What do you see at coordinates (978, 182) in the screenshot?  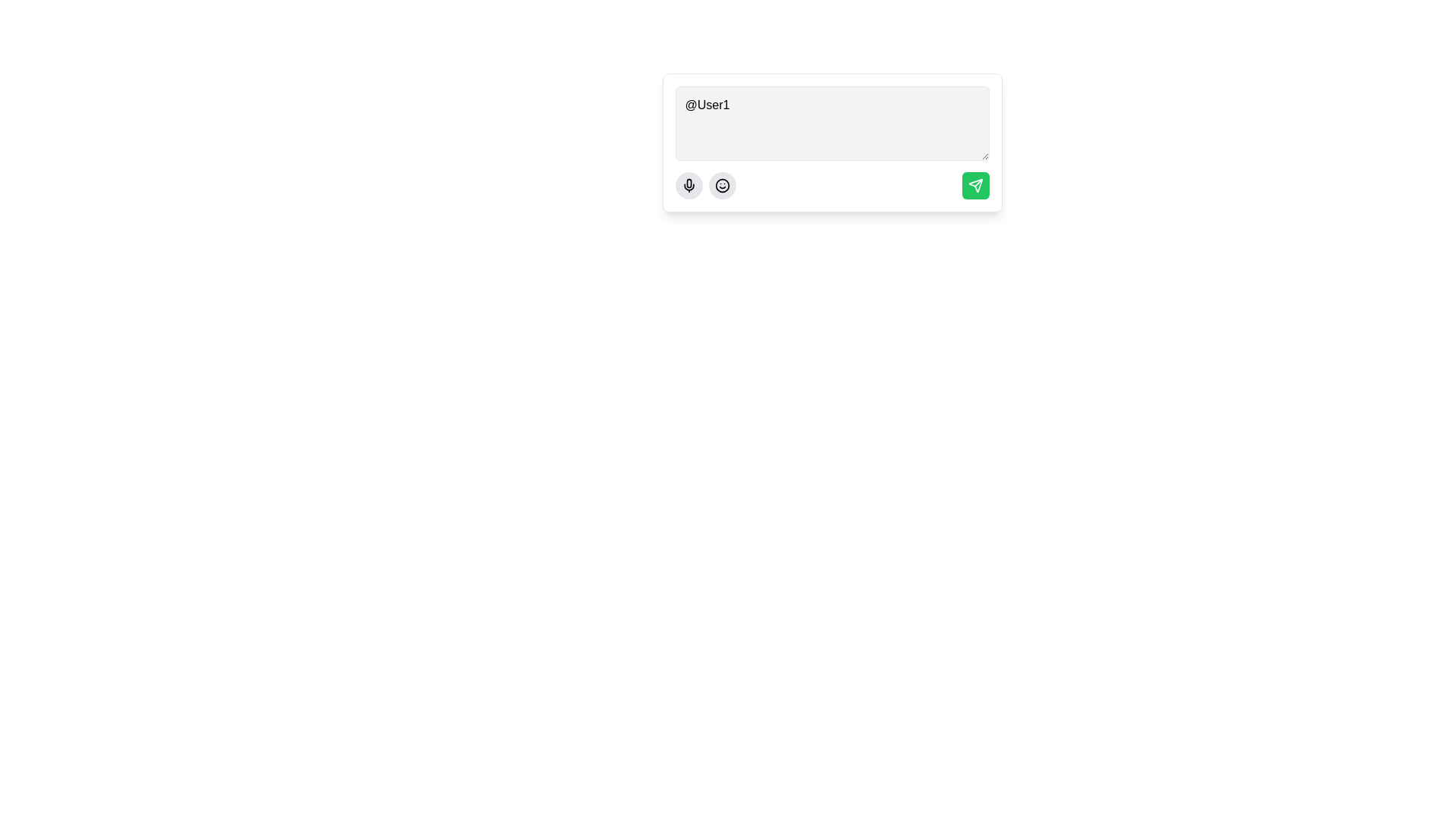 I see `the diagonal line that is part of the SVG-based icon at the top-right section of the rounded button with a green background located at the bottom-right corner of the interface` at bounding box center [978, 182].